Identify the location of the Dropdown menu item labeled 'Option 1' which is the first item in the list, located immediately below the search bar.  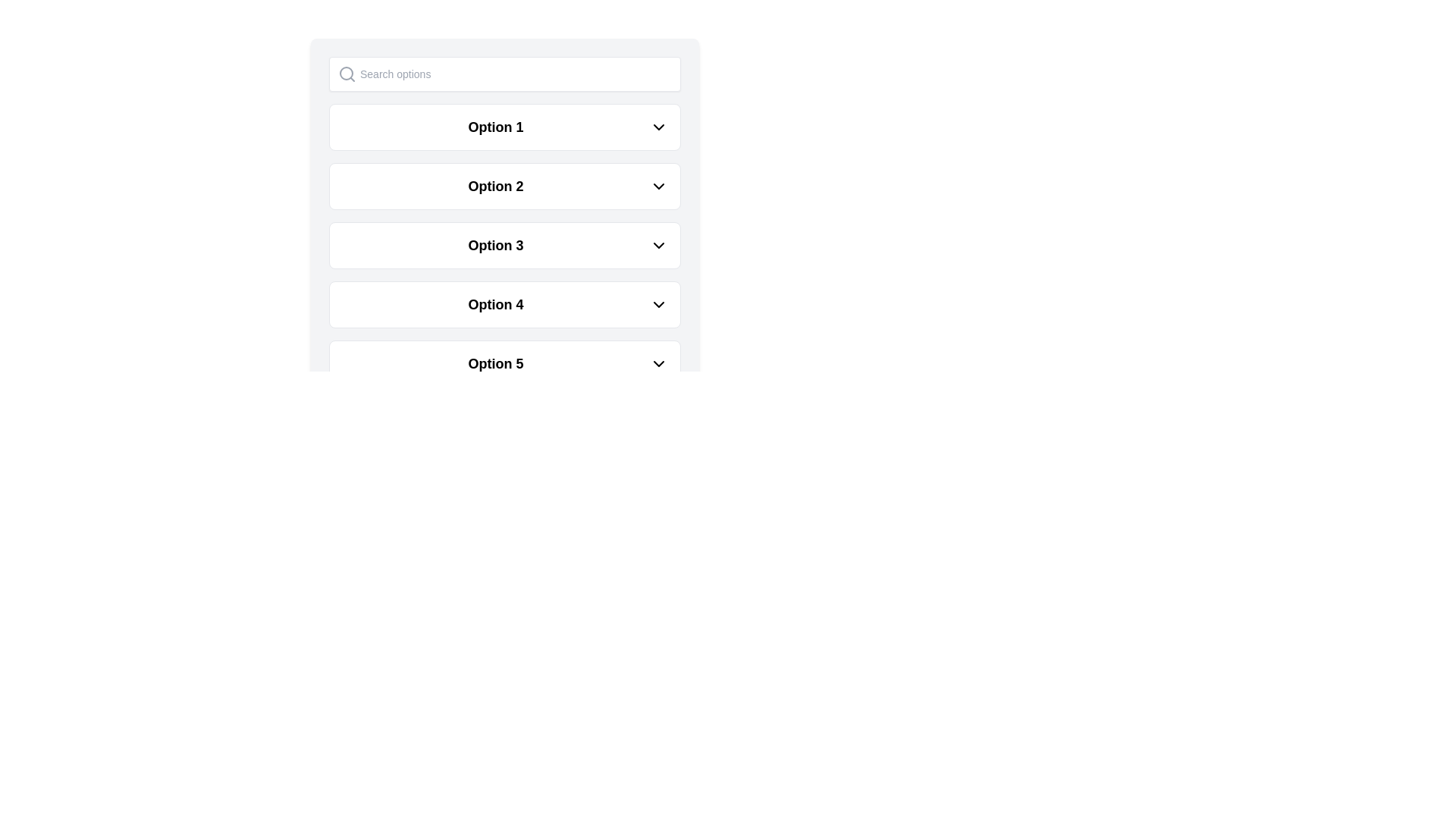
(505, 127).